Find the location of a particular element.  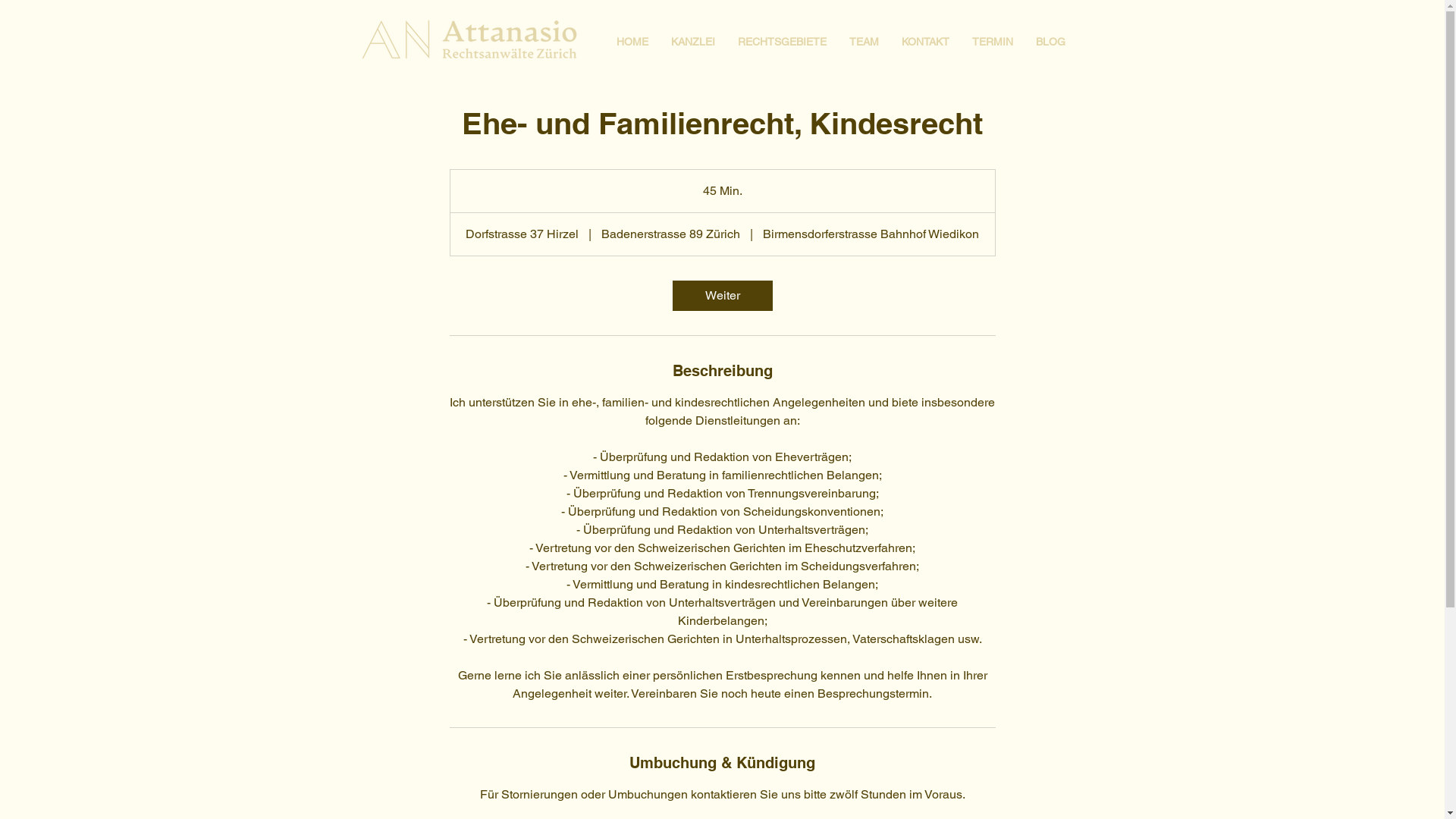

'KANZLEI' is located at coordinates (692, 39).